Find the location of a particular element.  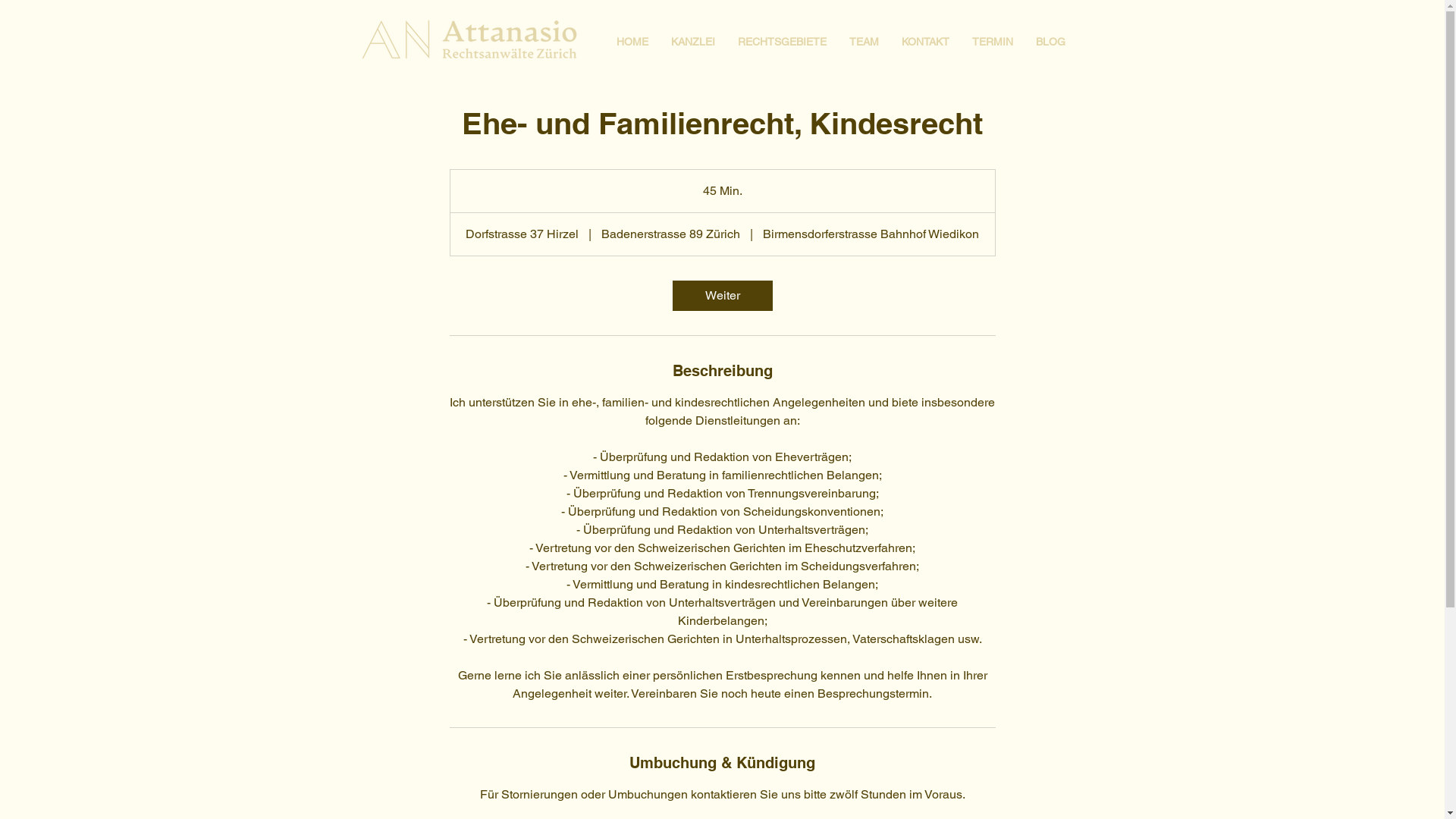

'KANZLEI' is located at coordinates (692, 39).